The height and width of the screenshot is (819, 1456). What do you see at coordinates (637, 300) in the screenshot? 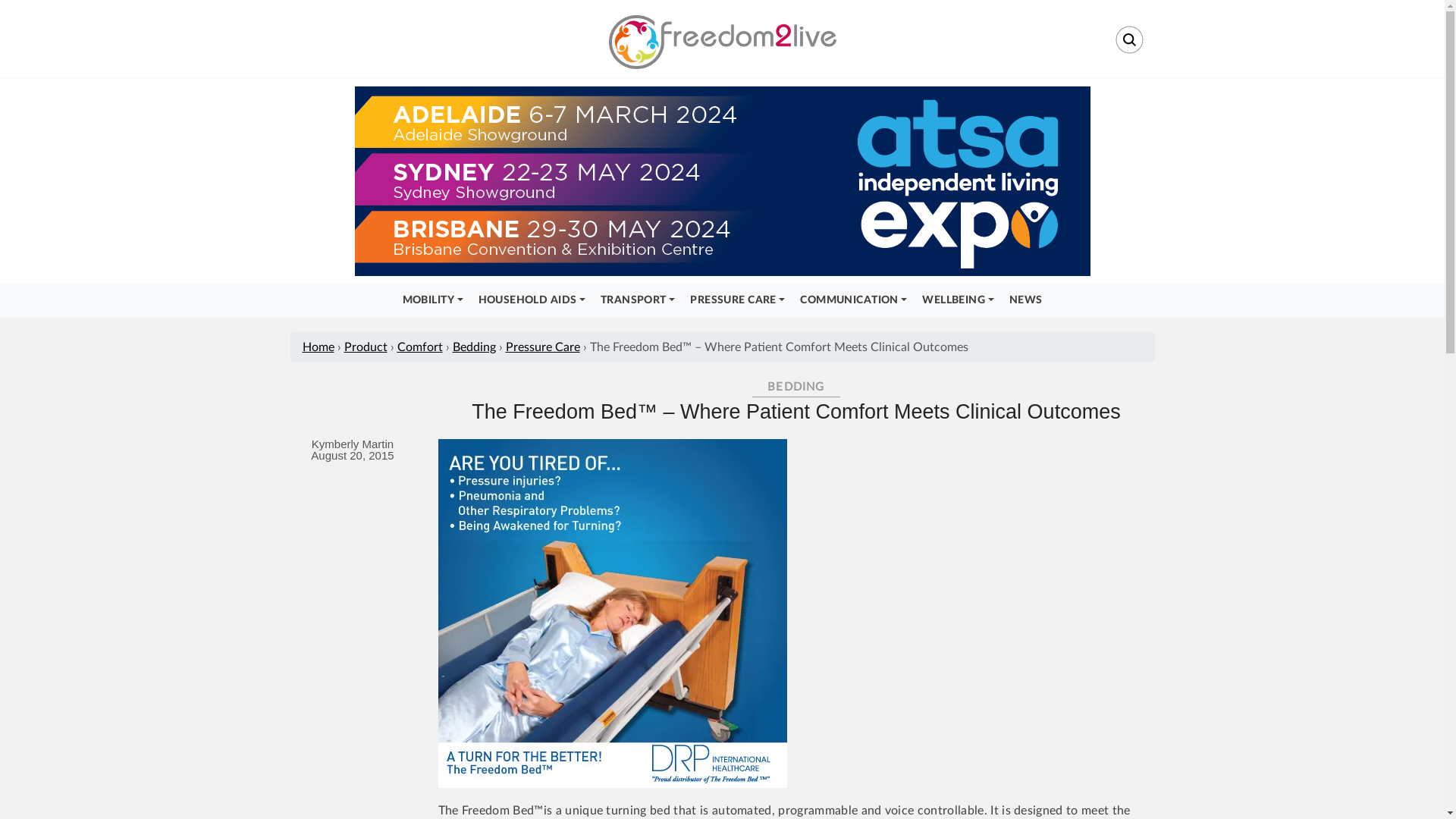
I see `'TRANSPORT'` at bounding box center [637, 300].